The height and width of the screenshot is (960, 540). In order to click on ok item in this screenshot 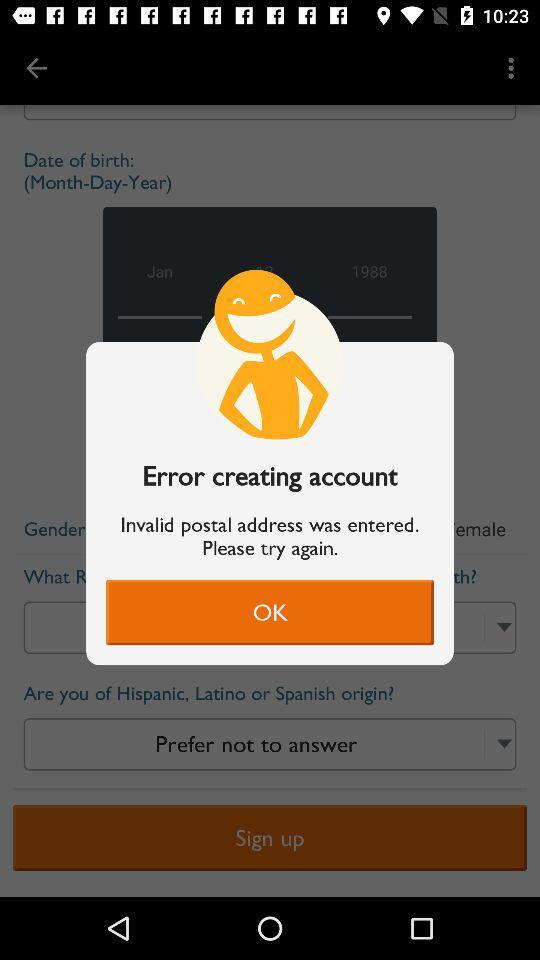, I will do `click(270, 611)`.